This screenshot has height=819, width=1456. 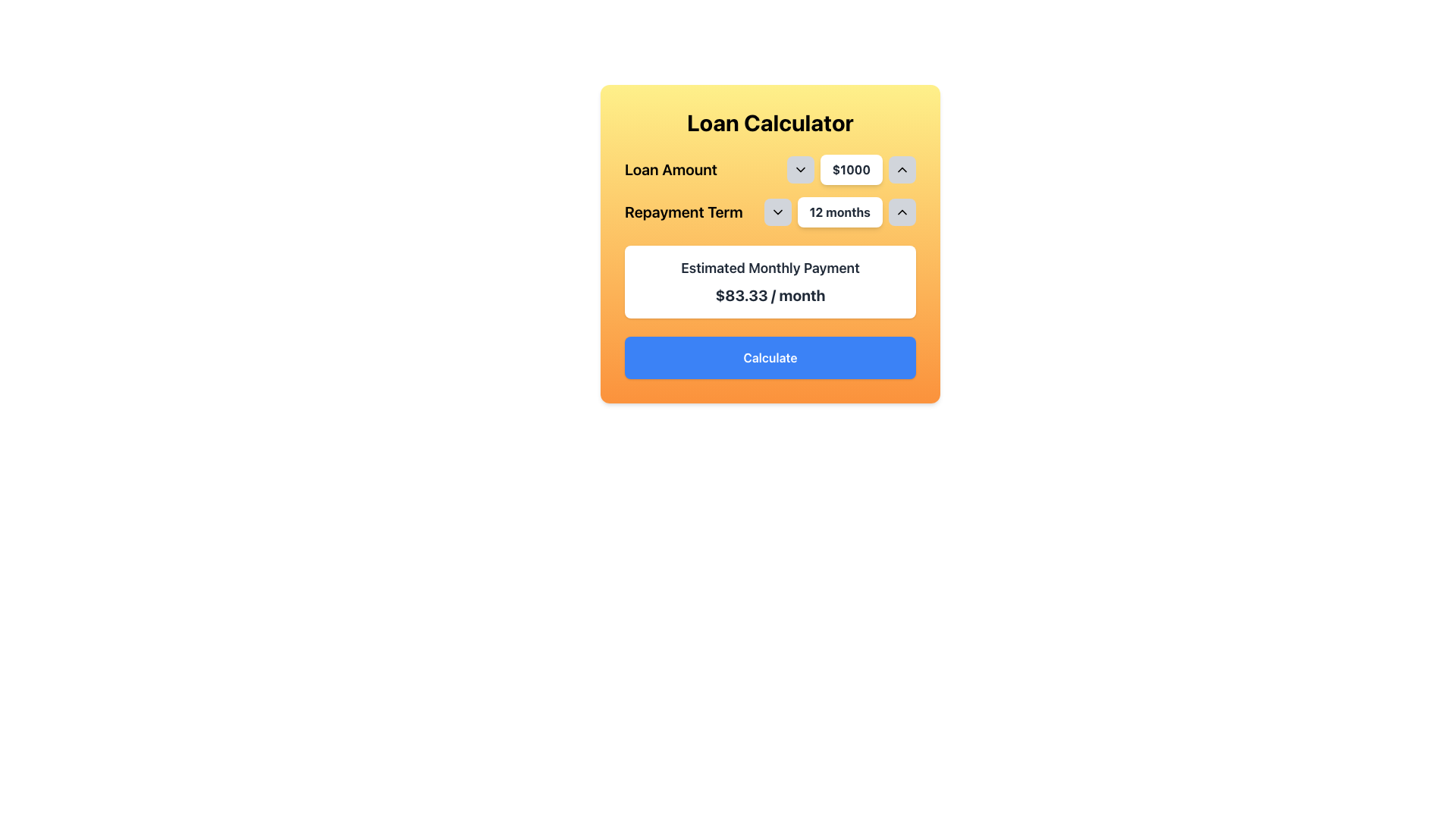 What do you see at coordinates (682, 212) in the screenshot?
I see `the bold text label reading 'Repayment Term' styled with a large font size and semibold font weight, which is positioned prominently on the left side above the 'Estimated Monthly Payment' section` at bounding box center [682, 212].